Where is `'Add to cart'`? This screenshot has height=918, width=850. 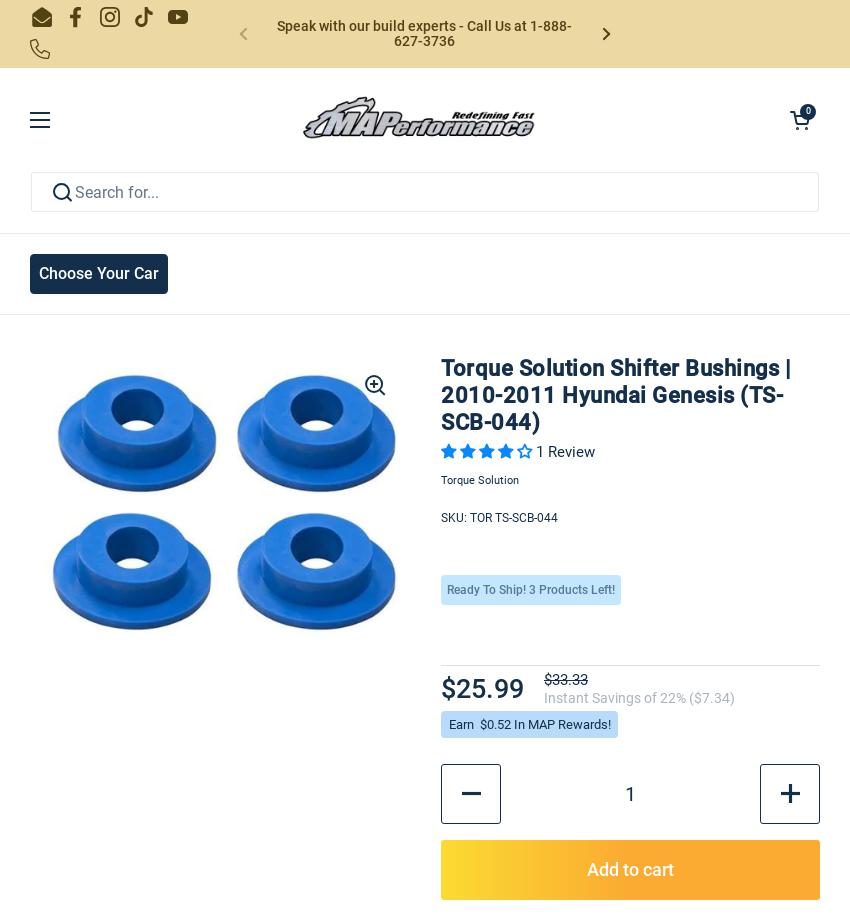
'Add to cart' is located at coordinates (629, 867).